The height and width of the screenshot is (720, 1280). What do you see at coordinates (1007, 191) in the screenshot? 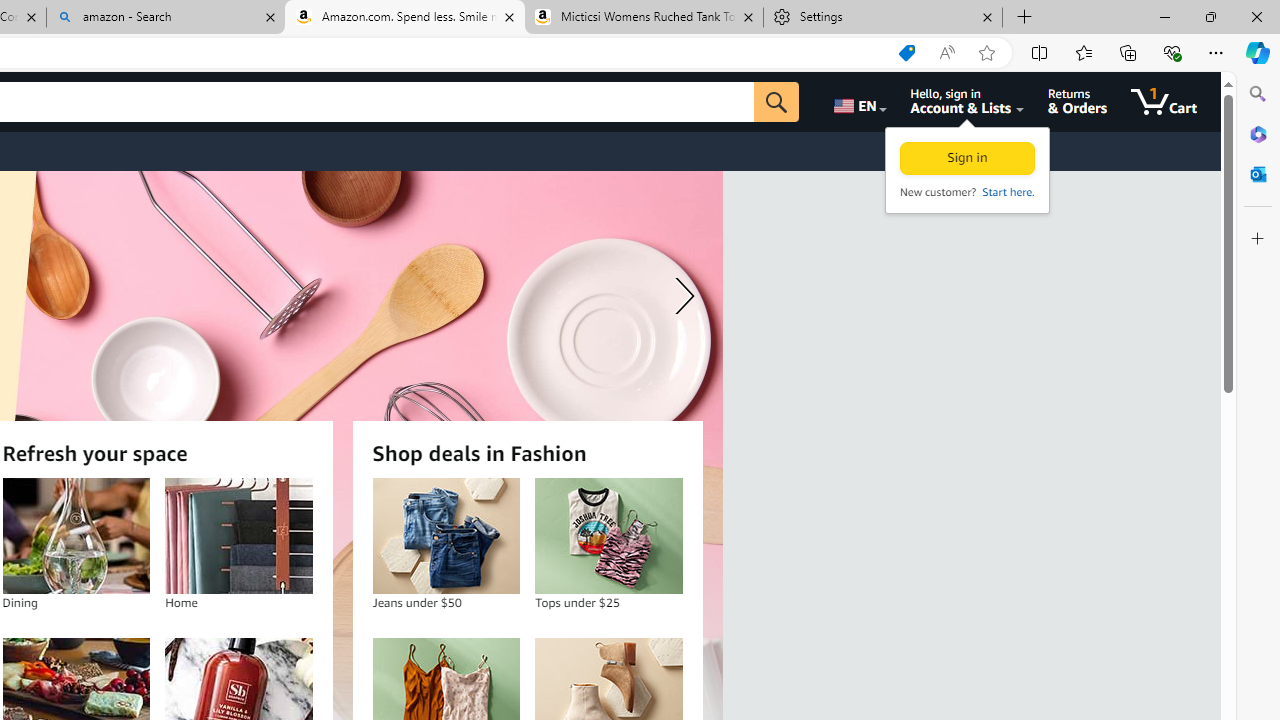
I see `'Start here.'` at bounding box center [1007, 191].